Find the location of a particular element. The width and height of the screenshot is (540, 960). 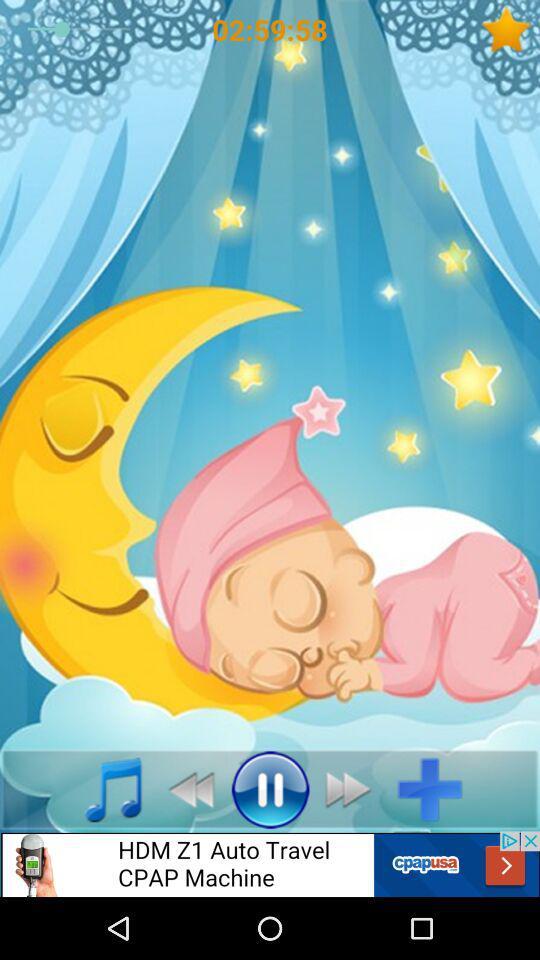

previous audio is located at coordinates (185, 789).